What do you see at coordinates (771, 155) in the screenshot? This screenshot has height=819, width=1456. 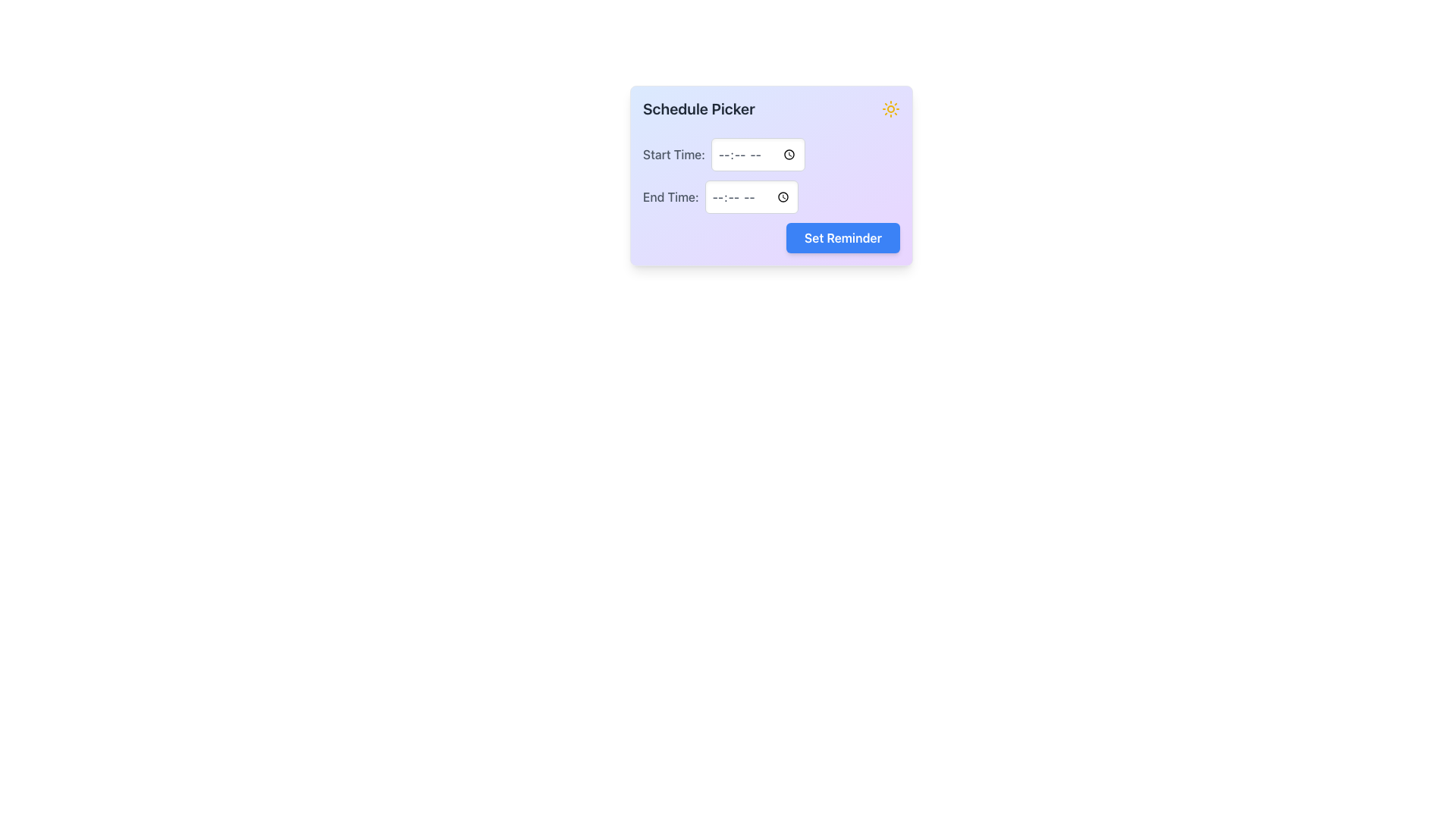 I see `the 'Start Time:' time picker input field` at bounding box center [771, 155].